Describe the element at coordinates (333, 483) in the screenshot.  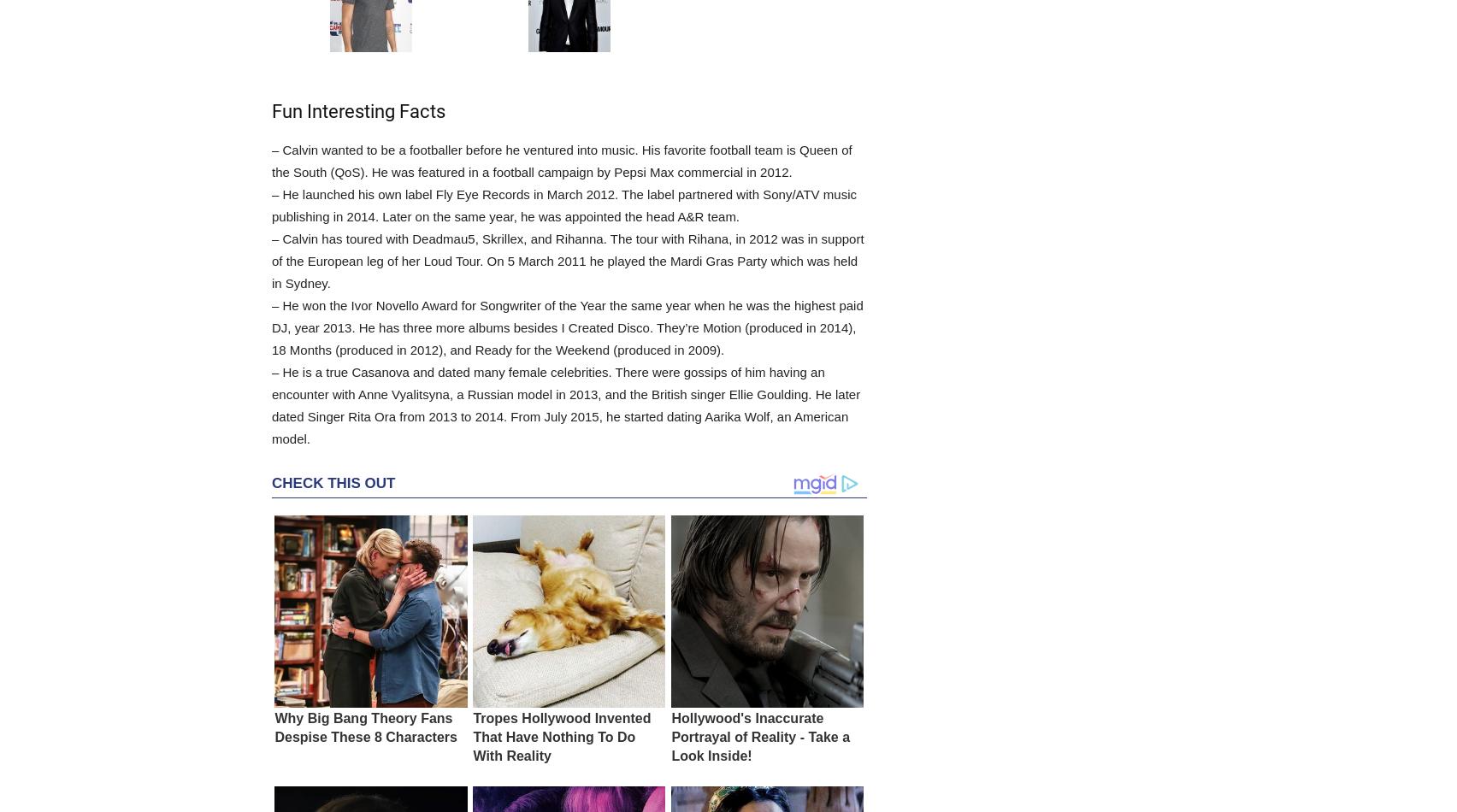
I see `'Check This Out'` at that location.